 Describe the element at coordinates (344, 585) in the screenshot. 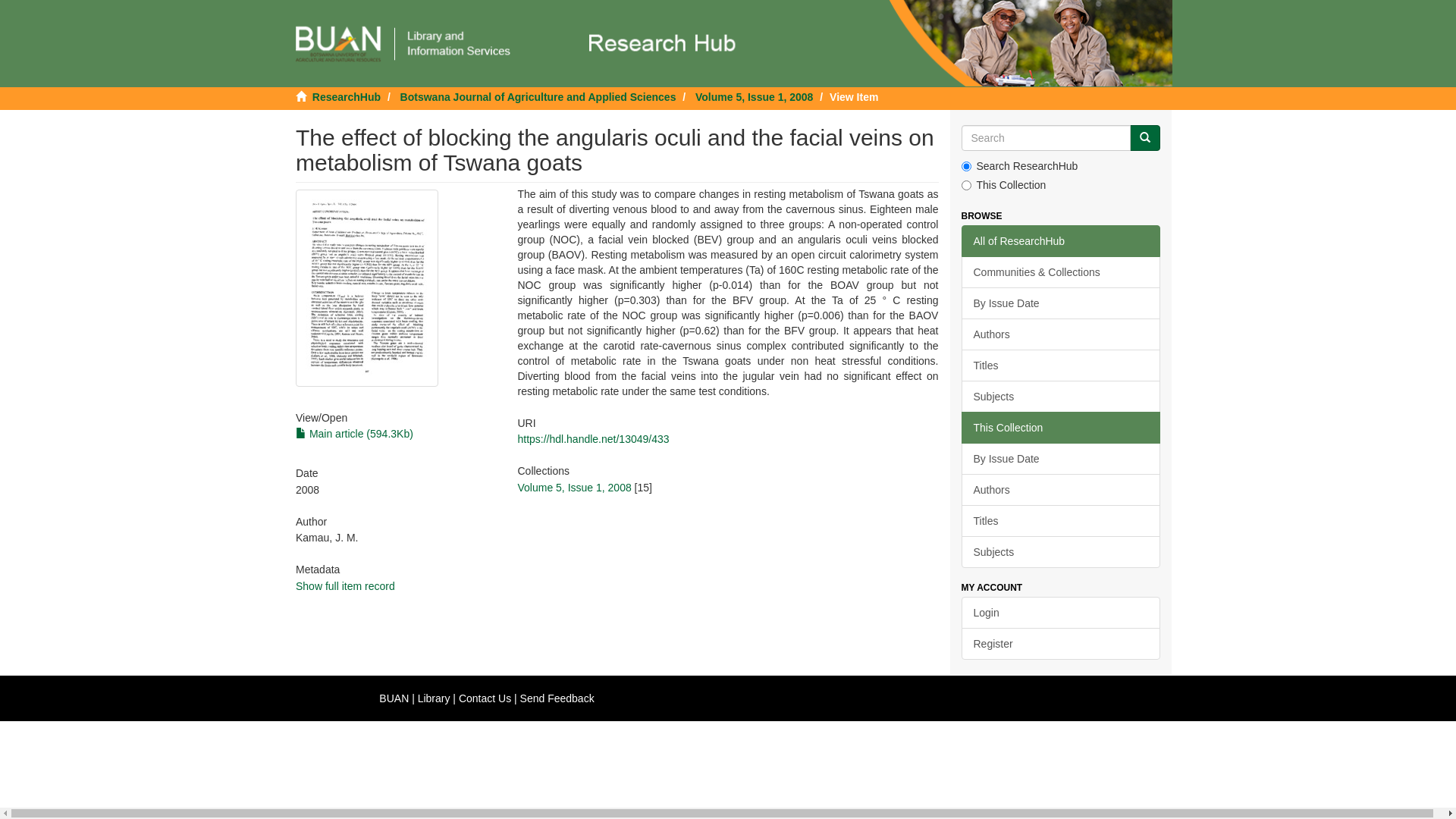

I see `'Show full item record'` at that location.